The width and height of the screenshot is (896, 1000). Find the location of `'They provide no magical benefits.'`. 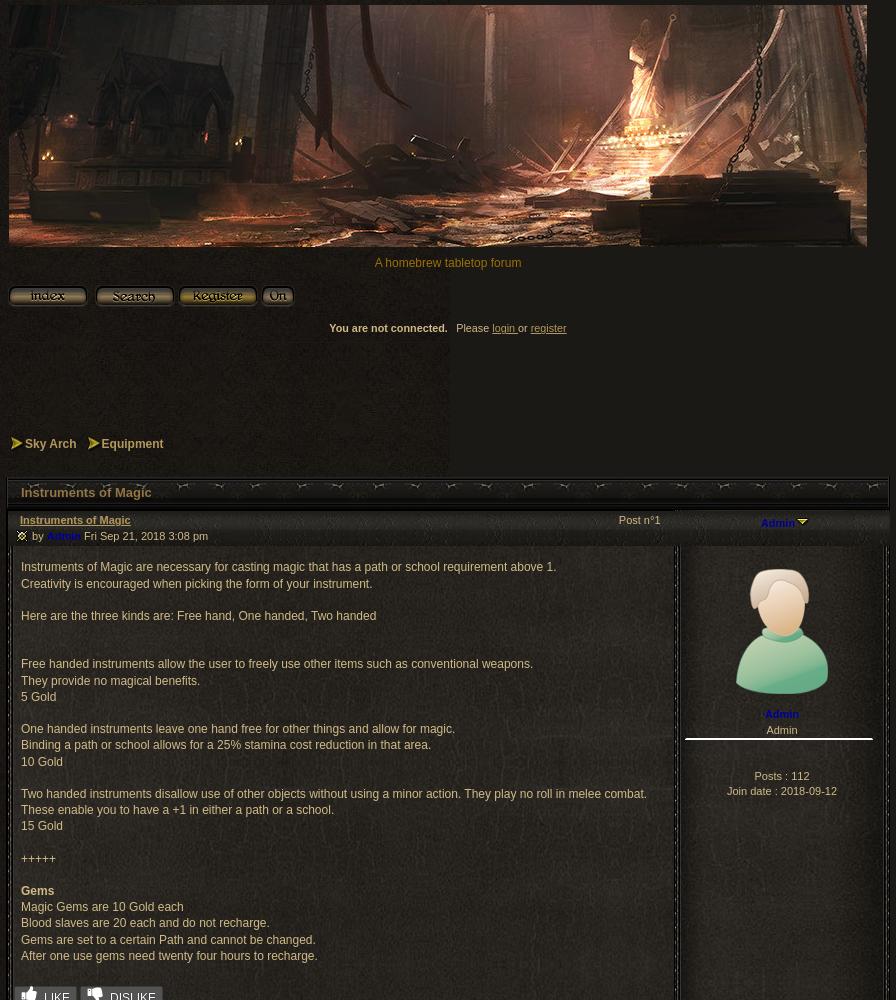

'They provide no magical benefits.' is located at coordinates (110, 680).